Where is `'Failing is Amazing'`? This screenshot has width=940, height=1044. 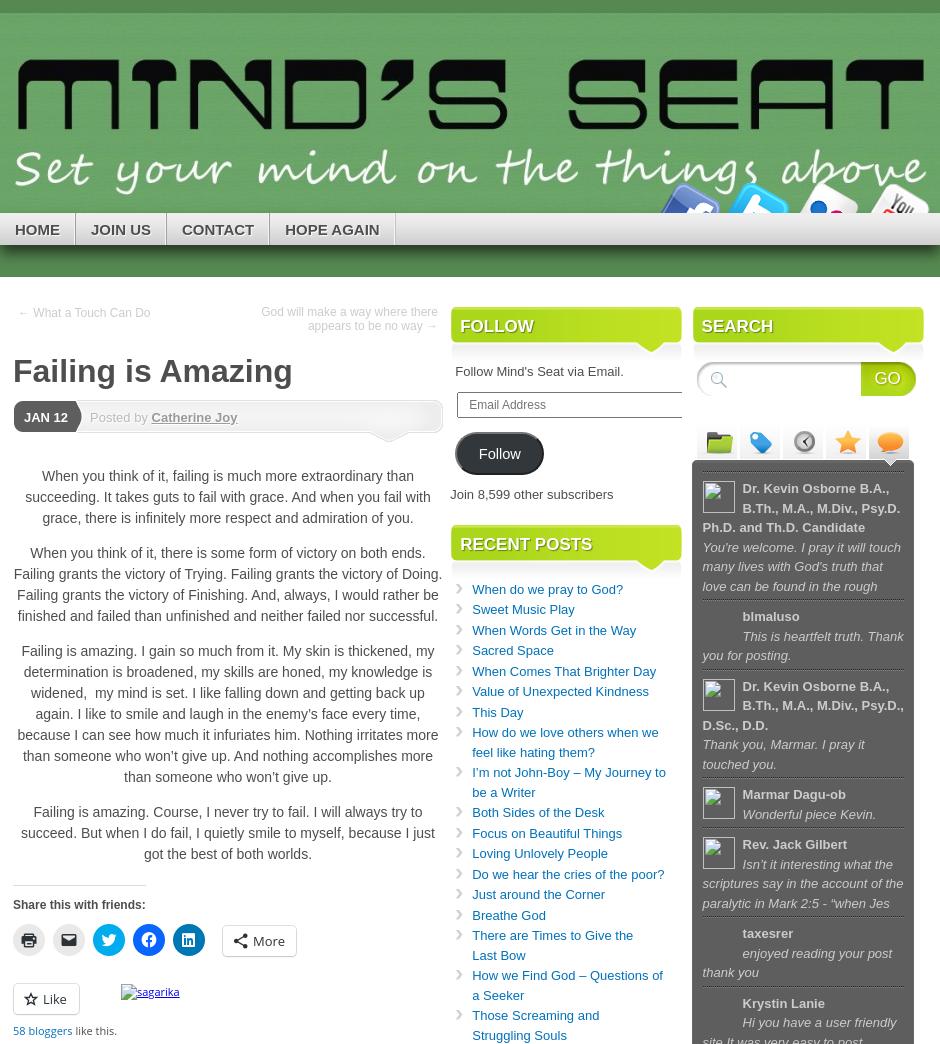 'Failing is Amazing' is located at coordinates (151, 371).